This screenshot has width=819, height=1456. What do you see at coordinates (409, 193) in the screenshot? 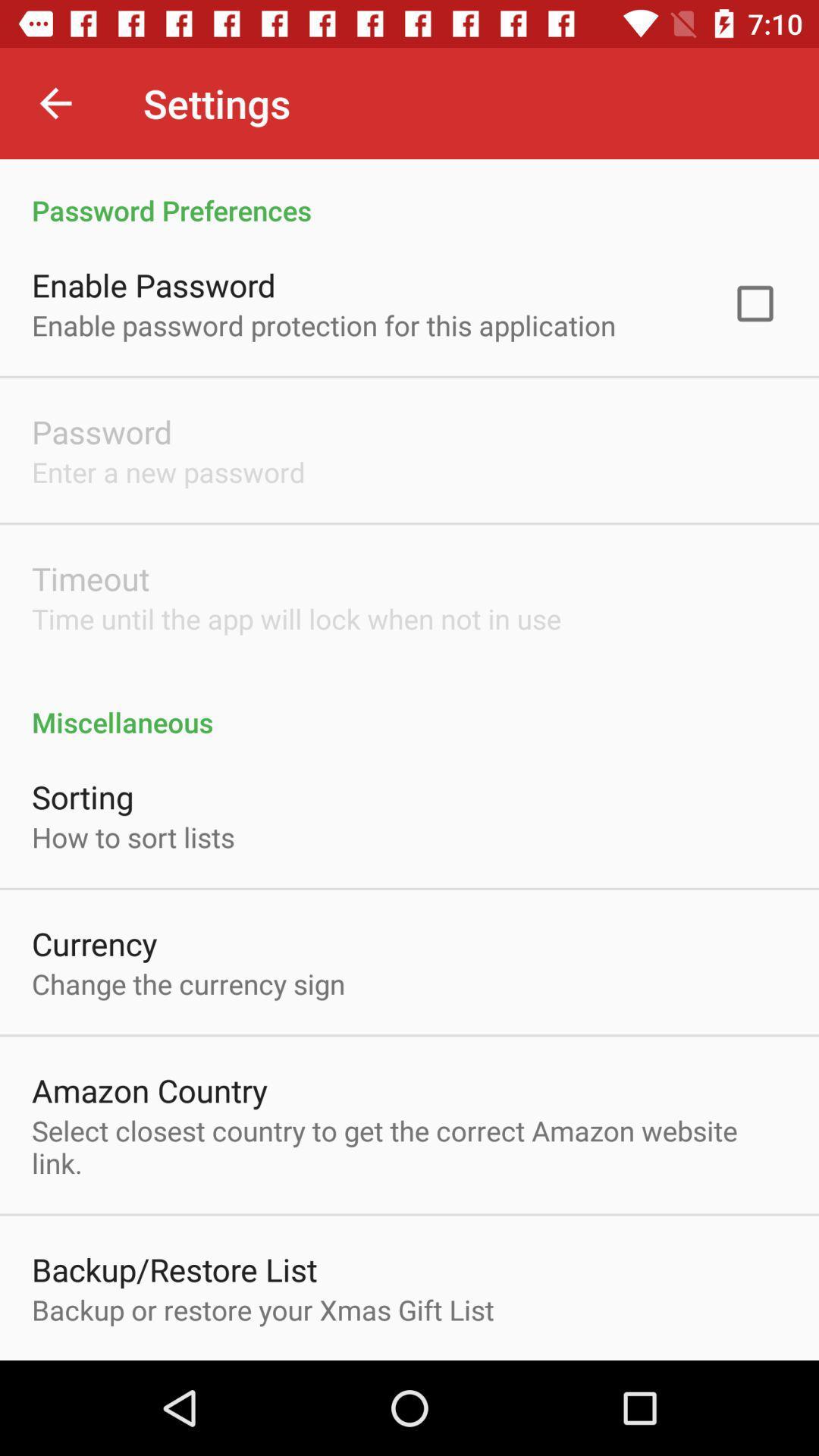
I see `the icon above enable password` at bounding box center [409, 193].